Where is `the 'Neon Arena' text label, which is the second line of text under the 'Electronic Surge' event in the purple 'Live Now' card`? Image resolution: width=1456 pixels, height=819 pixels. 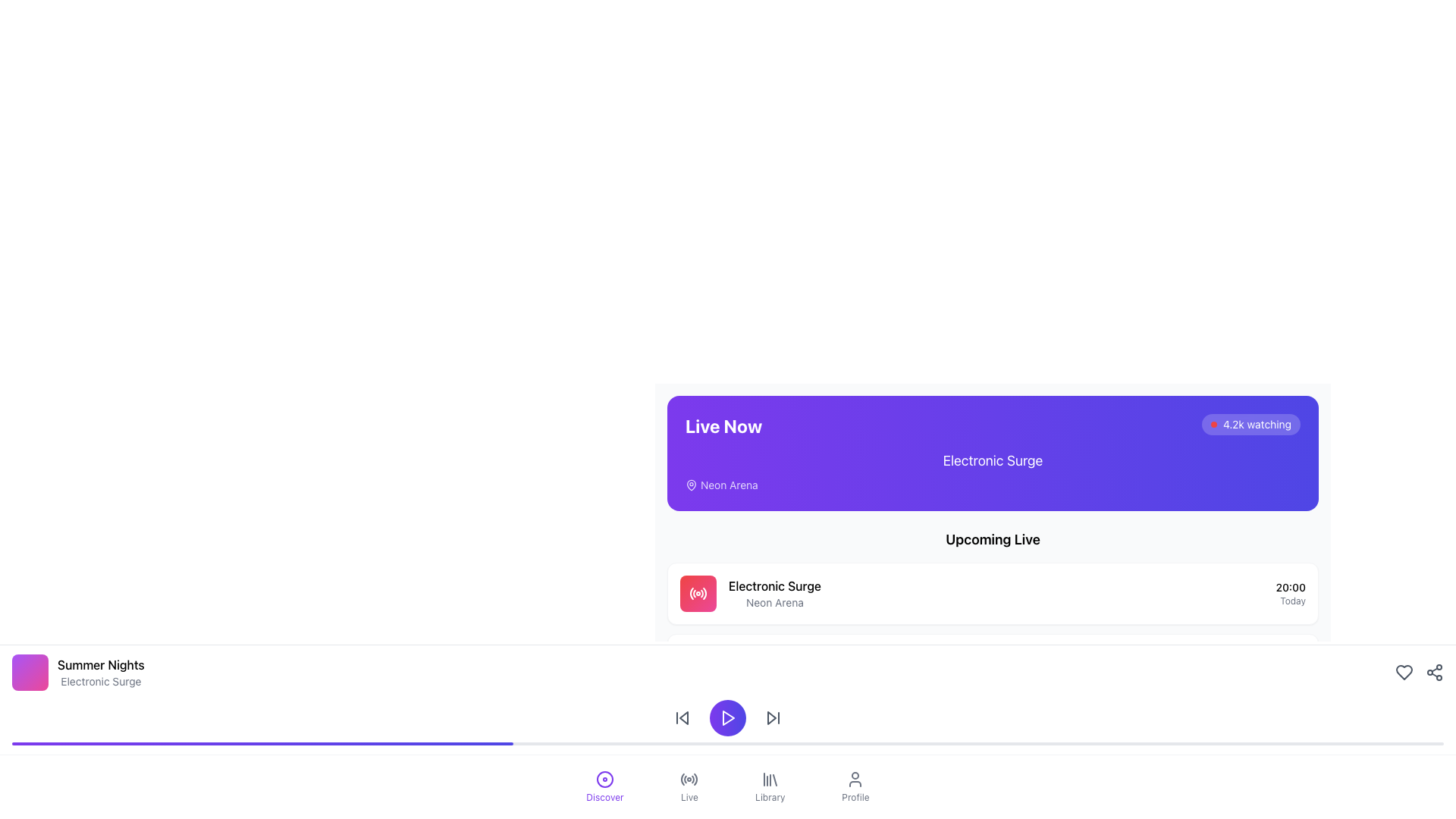 the 'Neon Arena' text label, which is the second line of text under the 'Electronic Surge' event in the purple 'Live Now' card is located at coordinates (775, 601).